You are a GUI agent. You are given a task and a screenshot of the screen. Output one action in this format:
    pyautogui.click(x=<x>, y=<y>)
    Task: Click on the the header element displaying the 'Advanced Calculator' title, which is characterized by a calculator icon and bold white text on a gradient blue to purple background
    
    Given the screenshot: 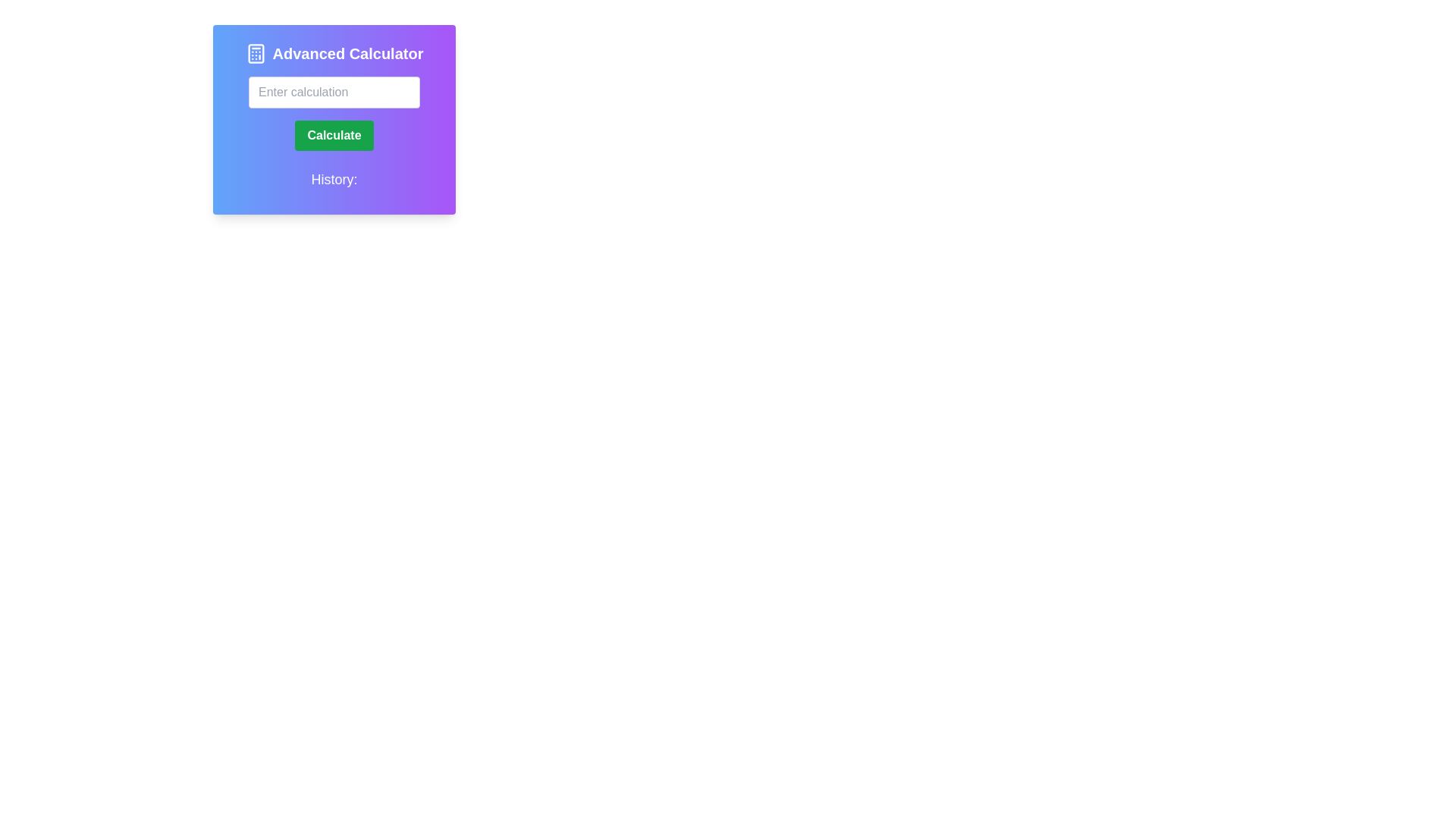 What is the action you would take?
    pyautogui.click(x=334, y=52)
    